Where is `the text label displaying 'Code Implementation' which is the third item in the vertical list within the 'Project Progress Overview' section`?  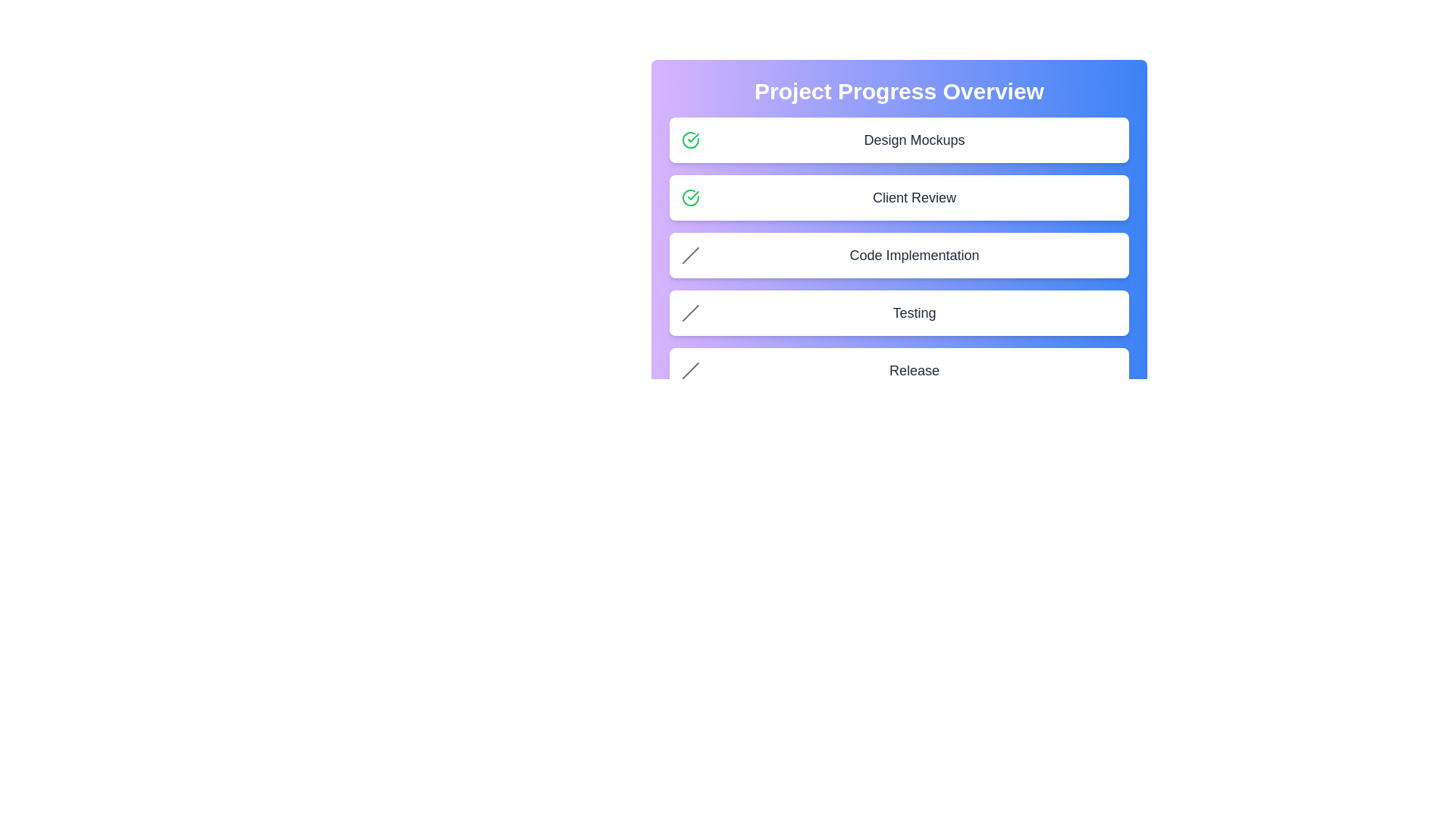 the text label displaying 'Code Implementation' which is the third item in the vertical list within the 'Project Progress Overview' section is located at coordinates (913, 254).